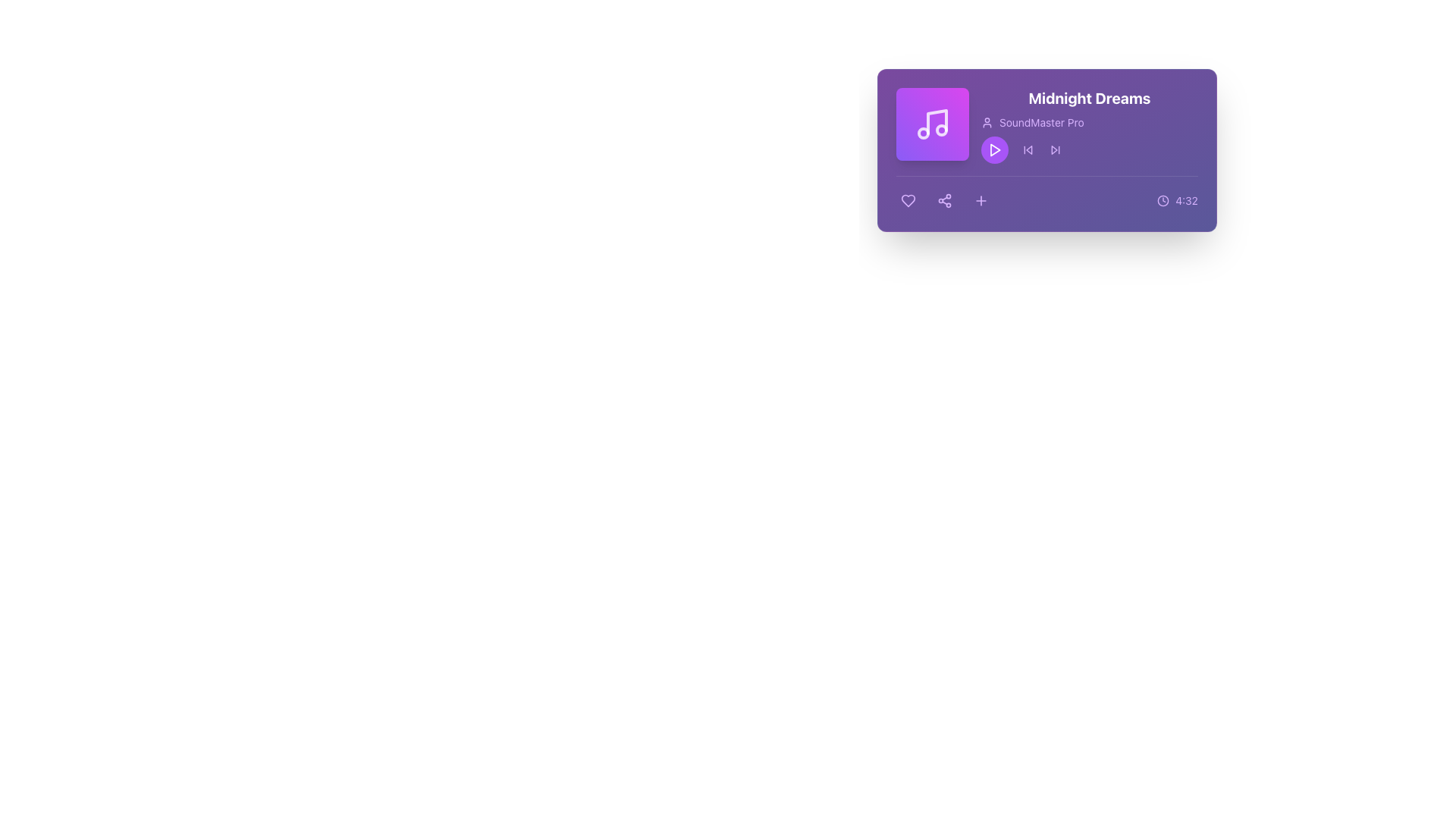  I want to click on the button that triggers the action for adding an item to a list, so click(981, 200).